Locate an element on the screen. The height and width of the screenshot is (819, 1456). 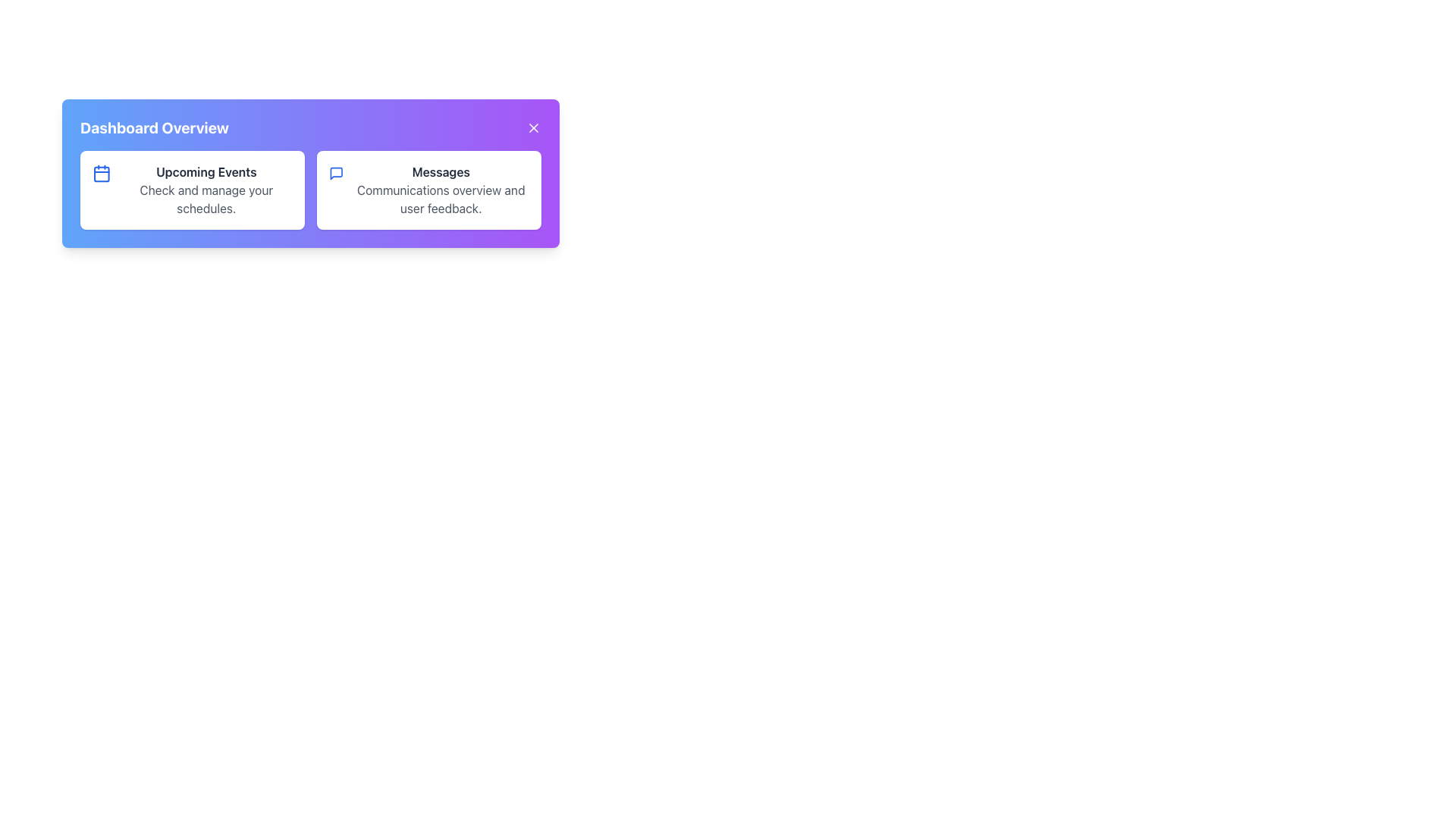
the text label displaying 'Communications overview and user feedback.' which is styled in gray and located below the 'Messages' title in the second card of the dashboard interface is located at coordinates (440, 198).